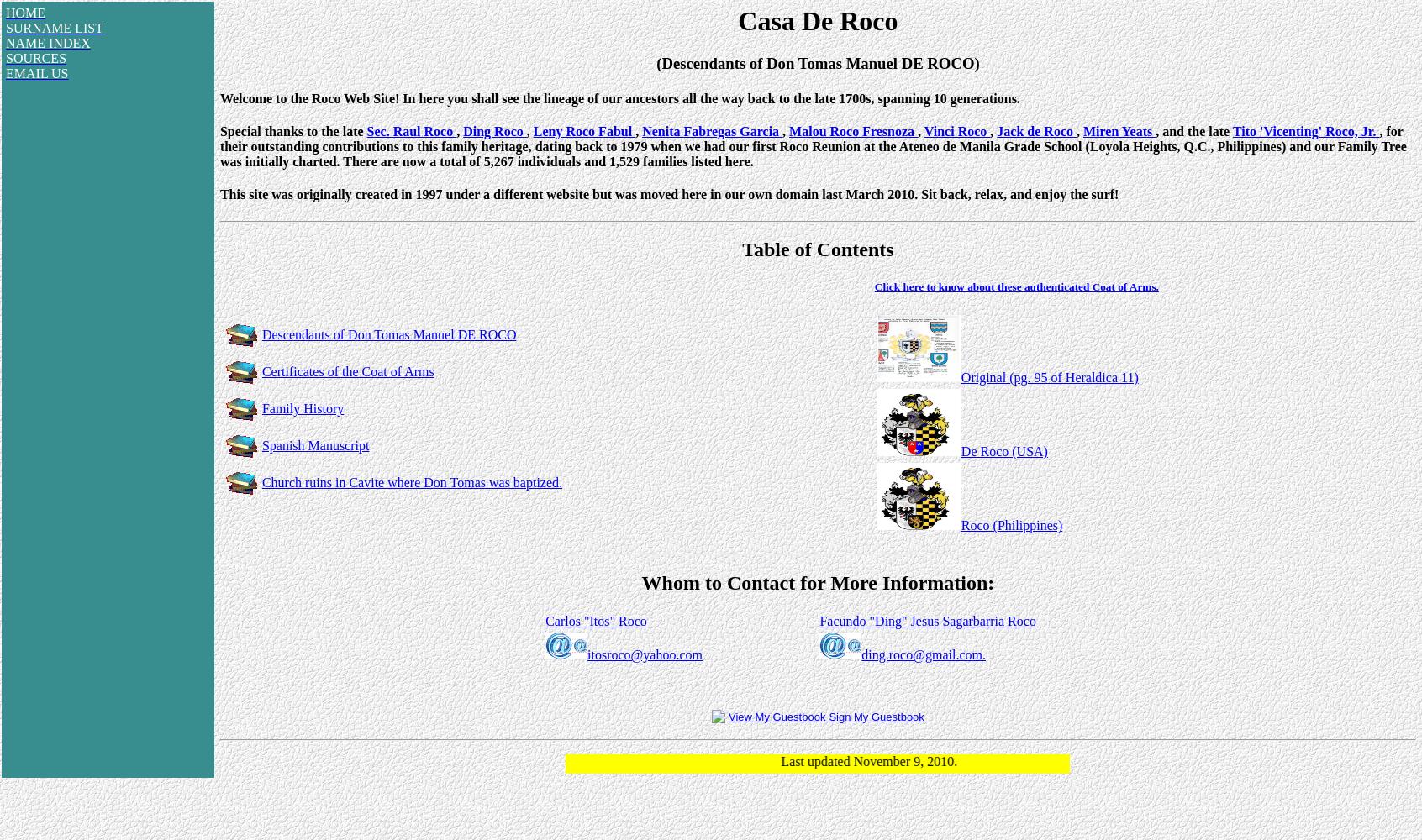  What do you see at coordinates (896, 761) in the screenshot?
I see `'Last updated November 9, 2010.'` at bounding box center [896, 761].